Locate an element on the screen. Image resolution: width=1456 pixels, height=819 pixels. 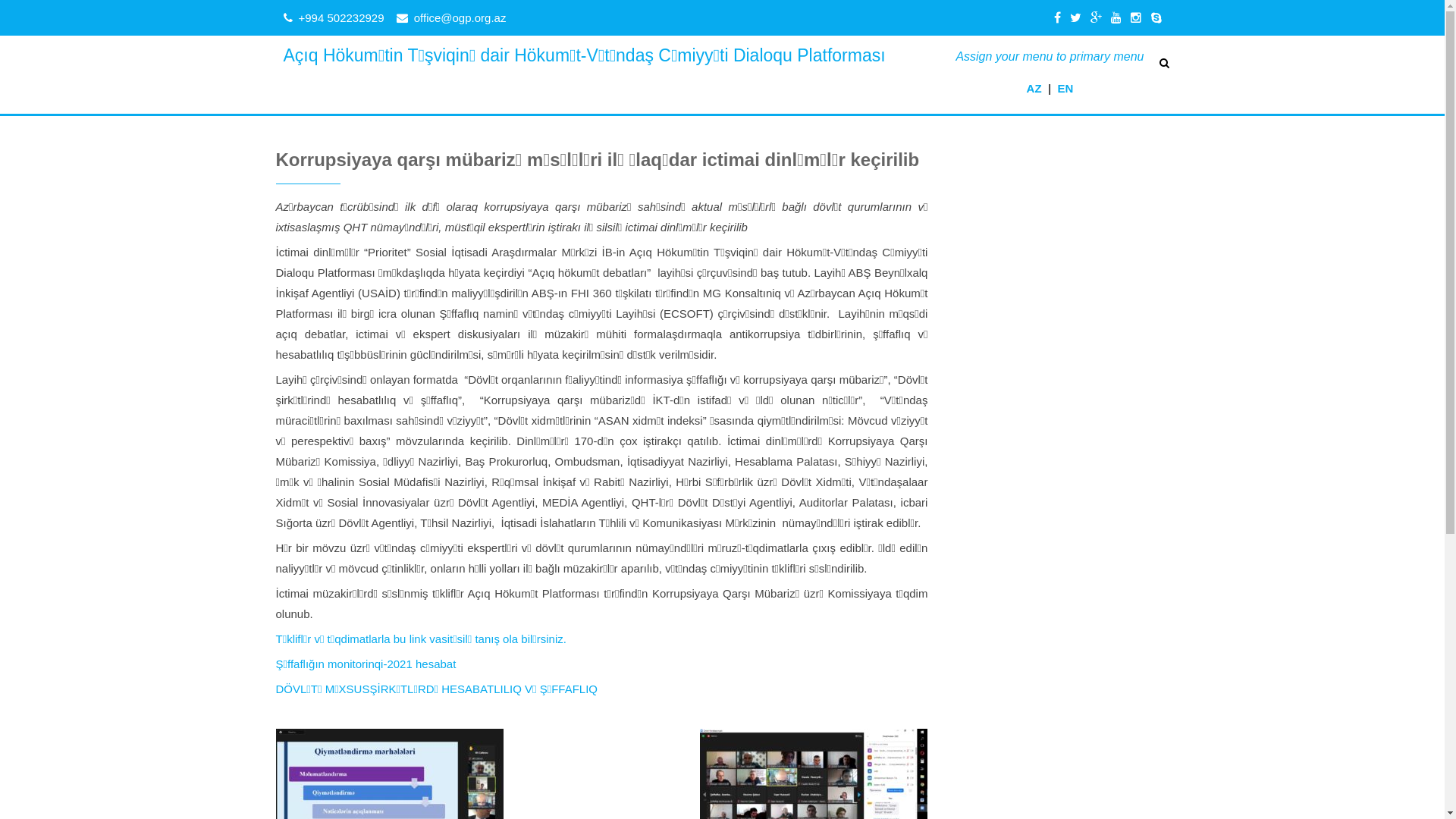
'EN' is located at coordinates (1064, 88).